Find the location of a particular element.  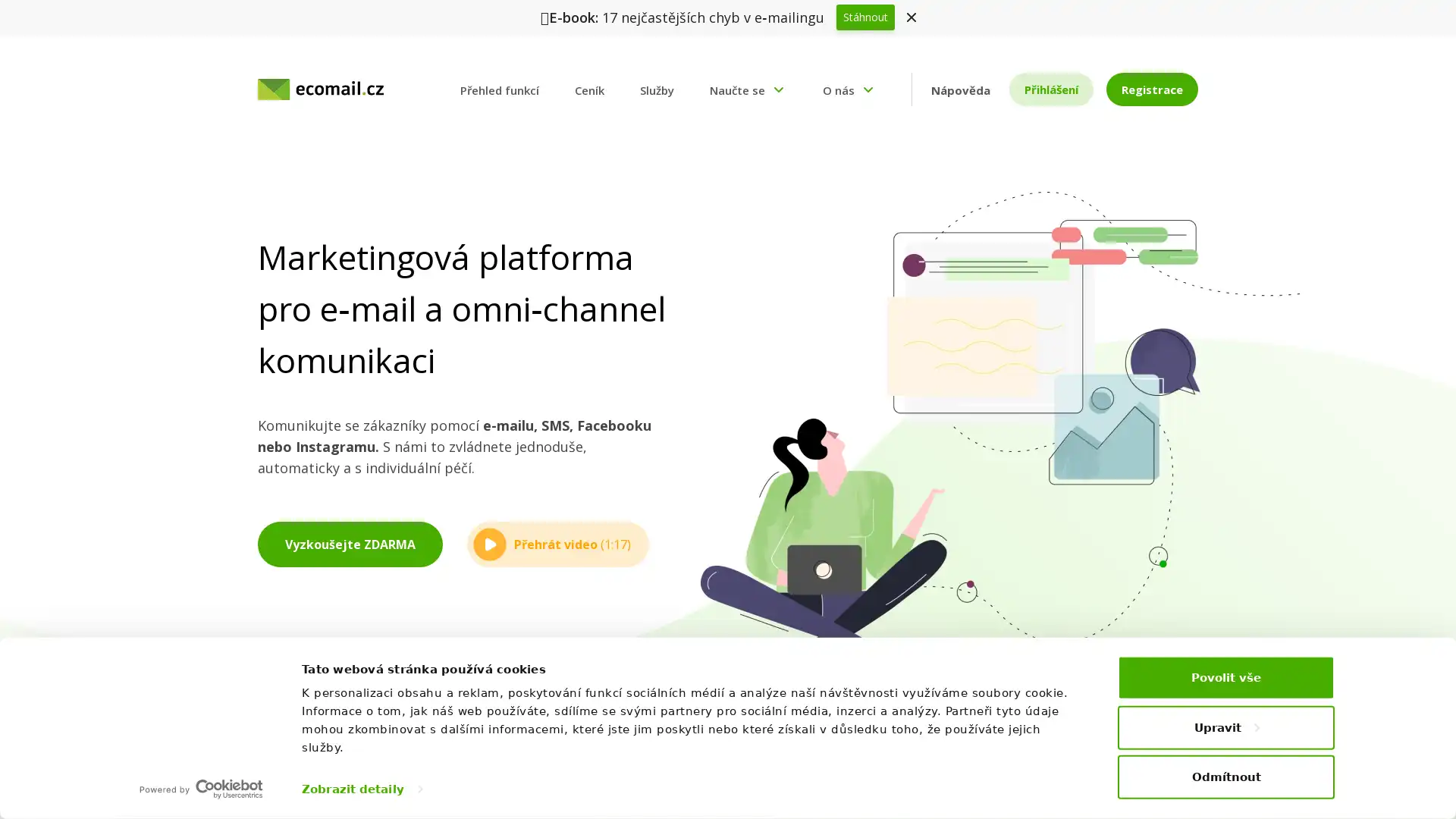

Prihlaseni is located at coordinates (1050, 89).